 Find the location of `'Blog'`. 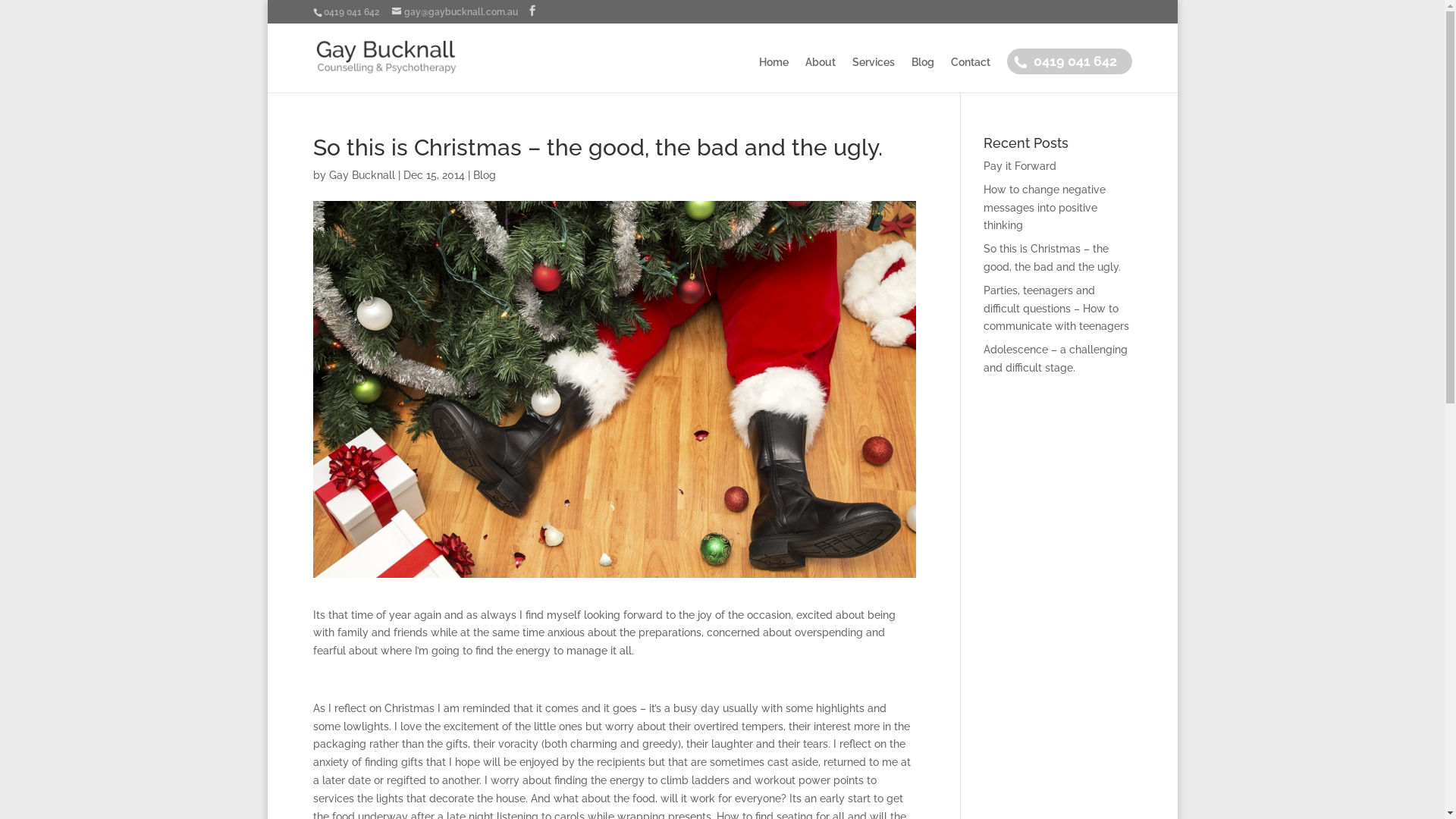

'Blog' is located at coordinates (472, 174).